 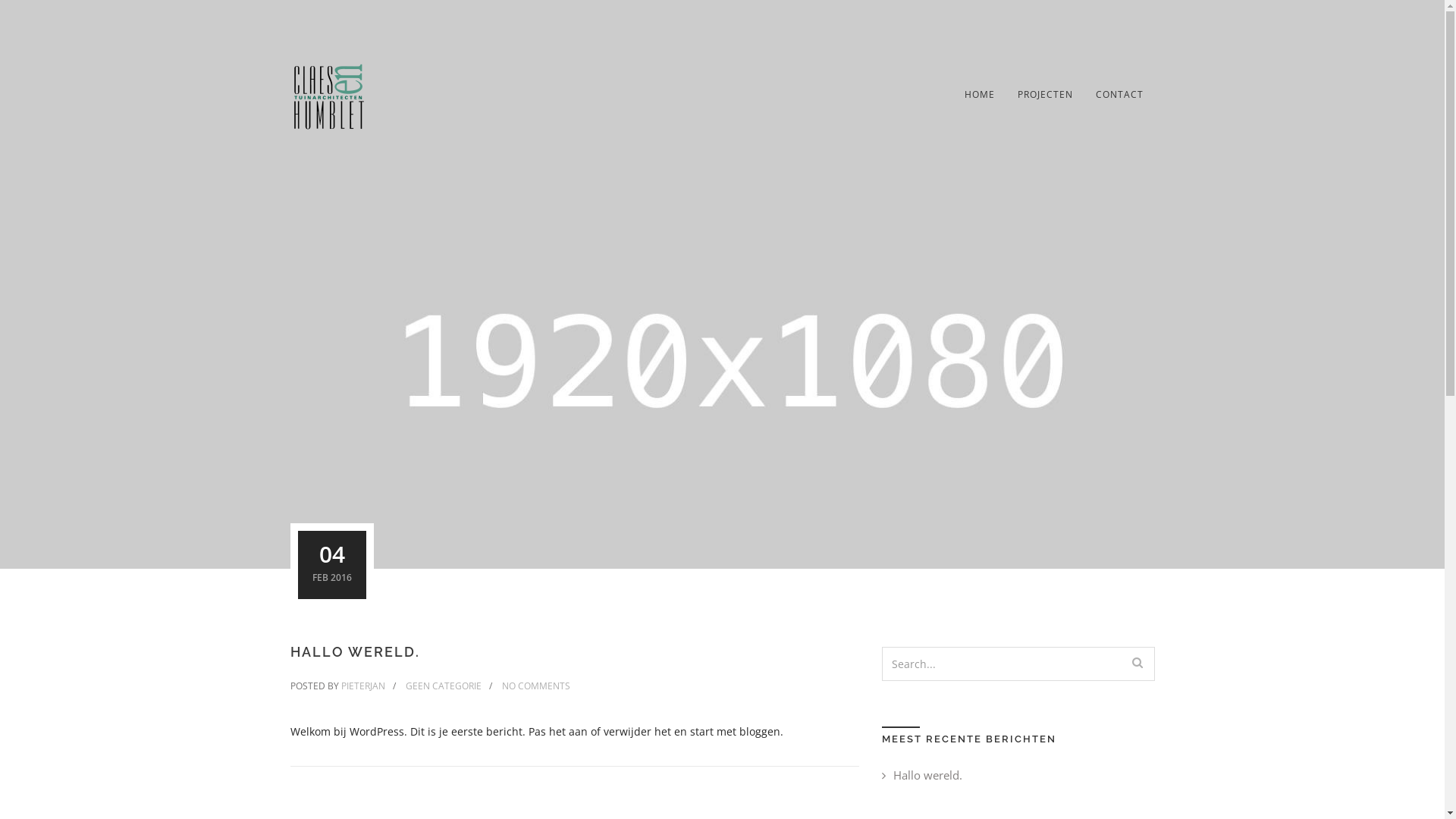 I want to click on 'Skip to content', so click(x=0, y=0).